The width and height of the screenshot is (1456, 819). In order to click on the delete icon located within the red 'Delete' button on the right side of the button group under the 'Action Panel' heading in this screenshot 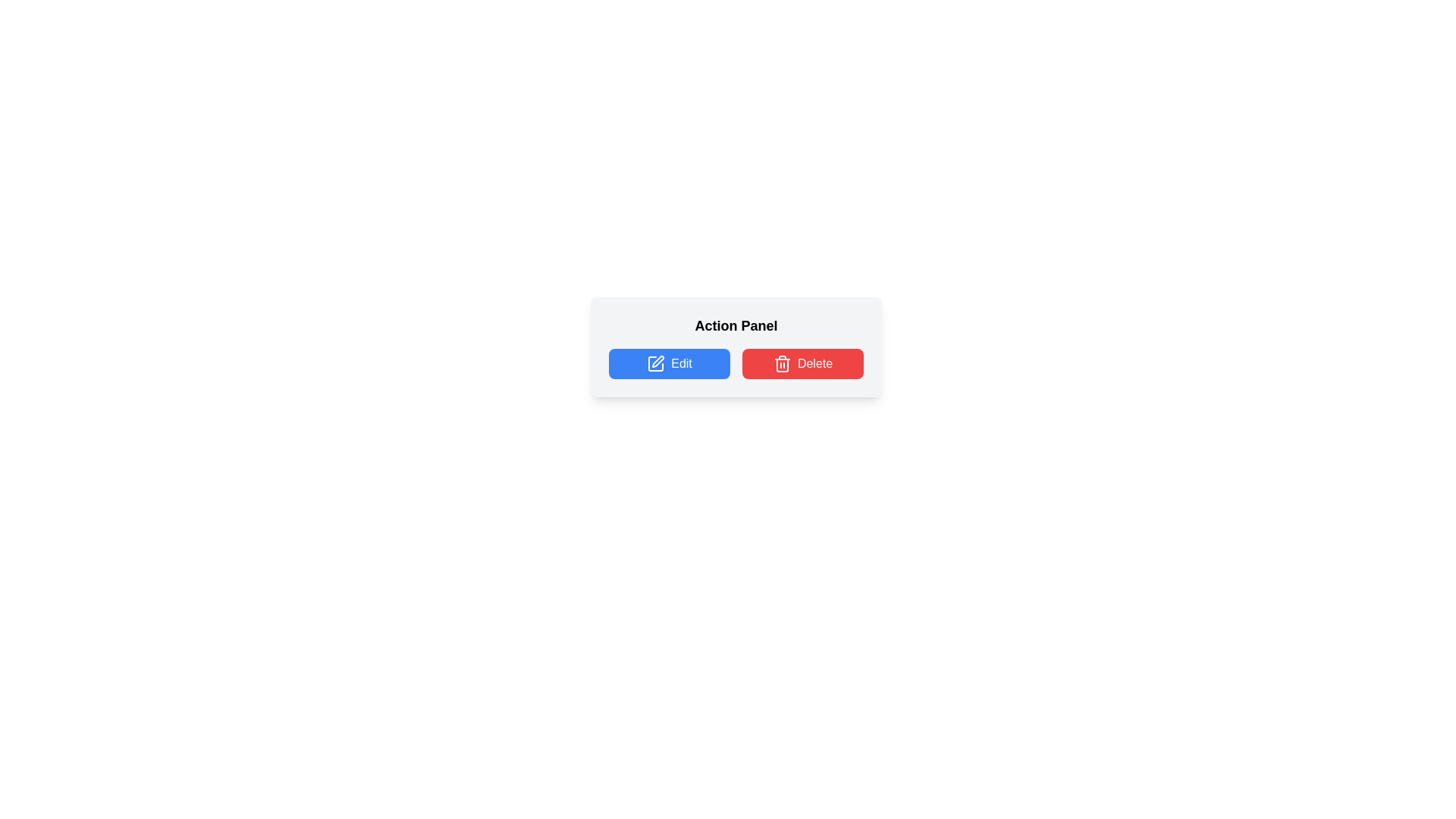, I will do `click(782, 363)`.